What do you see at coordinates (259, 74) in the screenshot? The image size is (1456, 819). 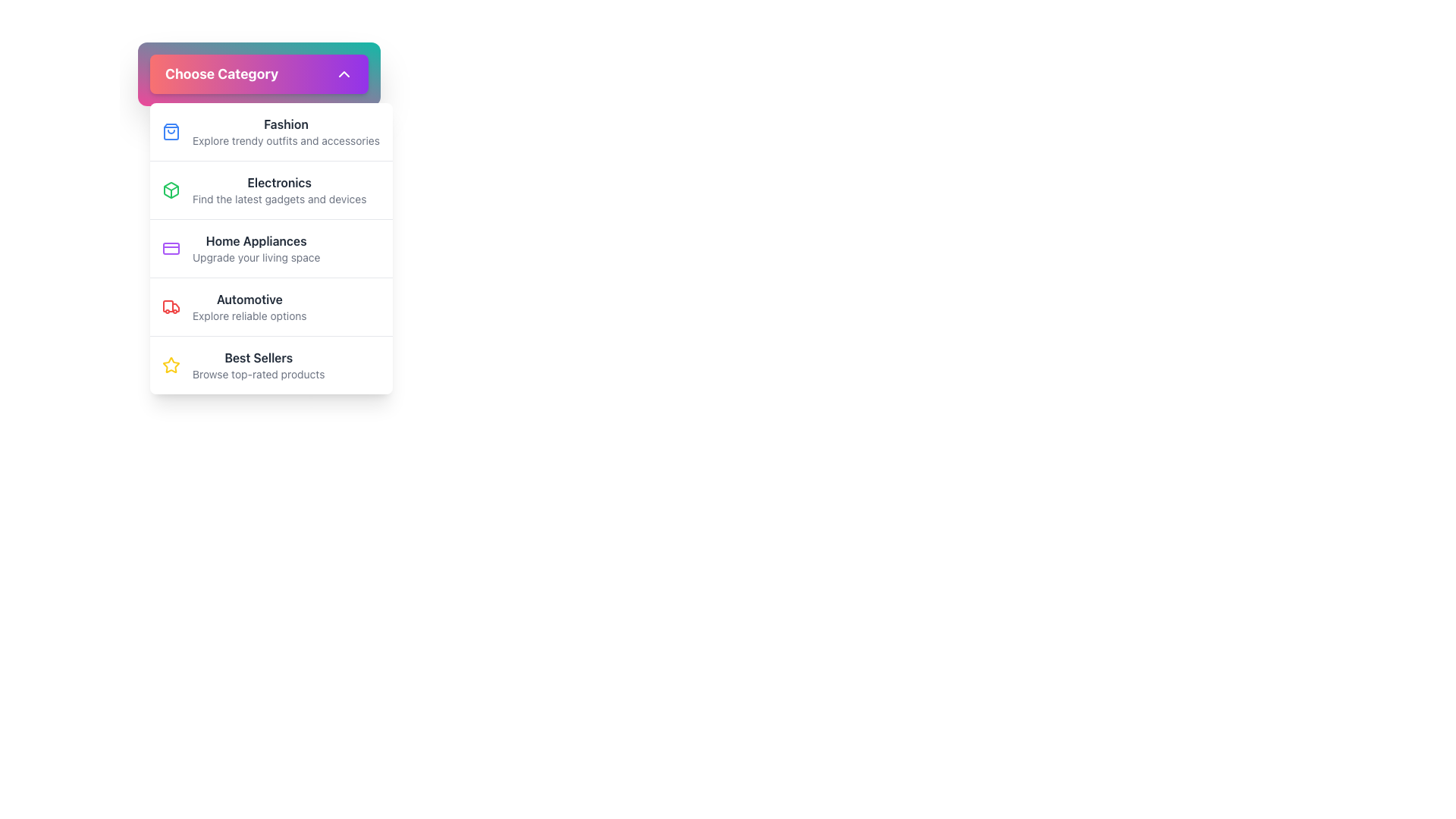 I see `the Dropdown Toggle Button labeled 'Choose Category' with a gradient background transitioning from red to purple, which contains an upward-facing chevron icon` at bounding box center [259, 74].